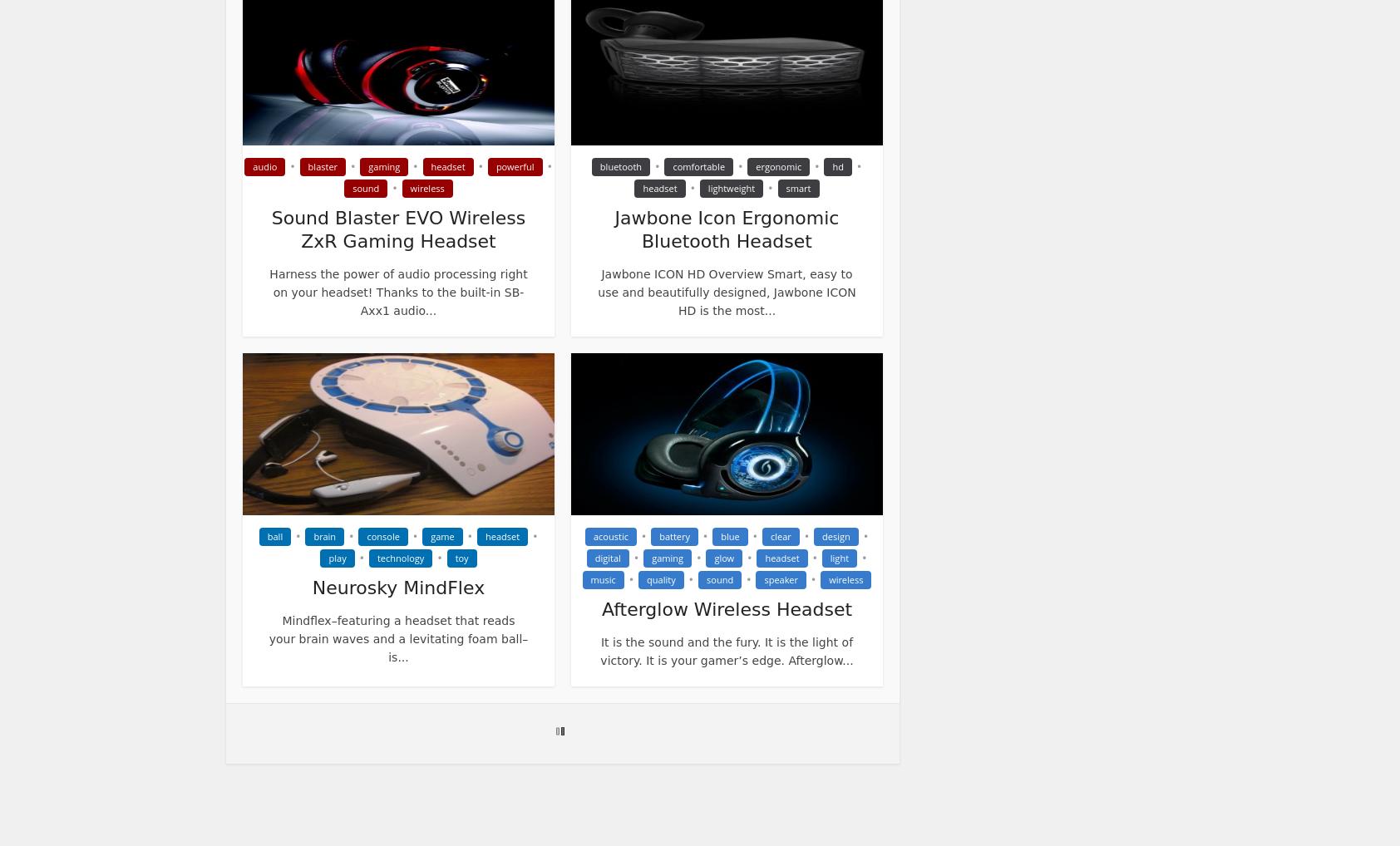  Describe the element at coordinates (337, 558) in the screenshot. I see `'play'` at that location.